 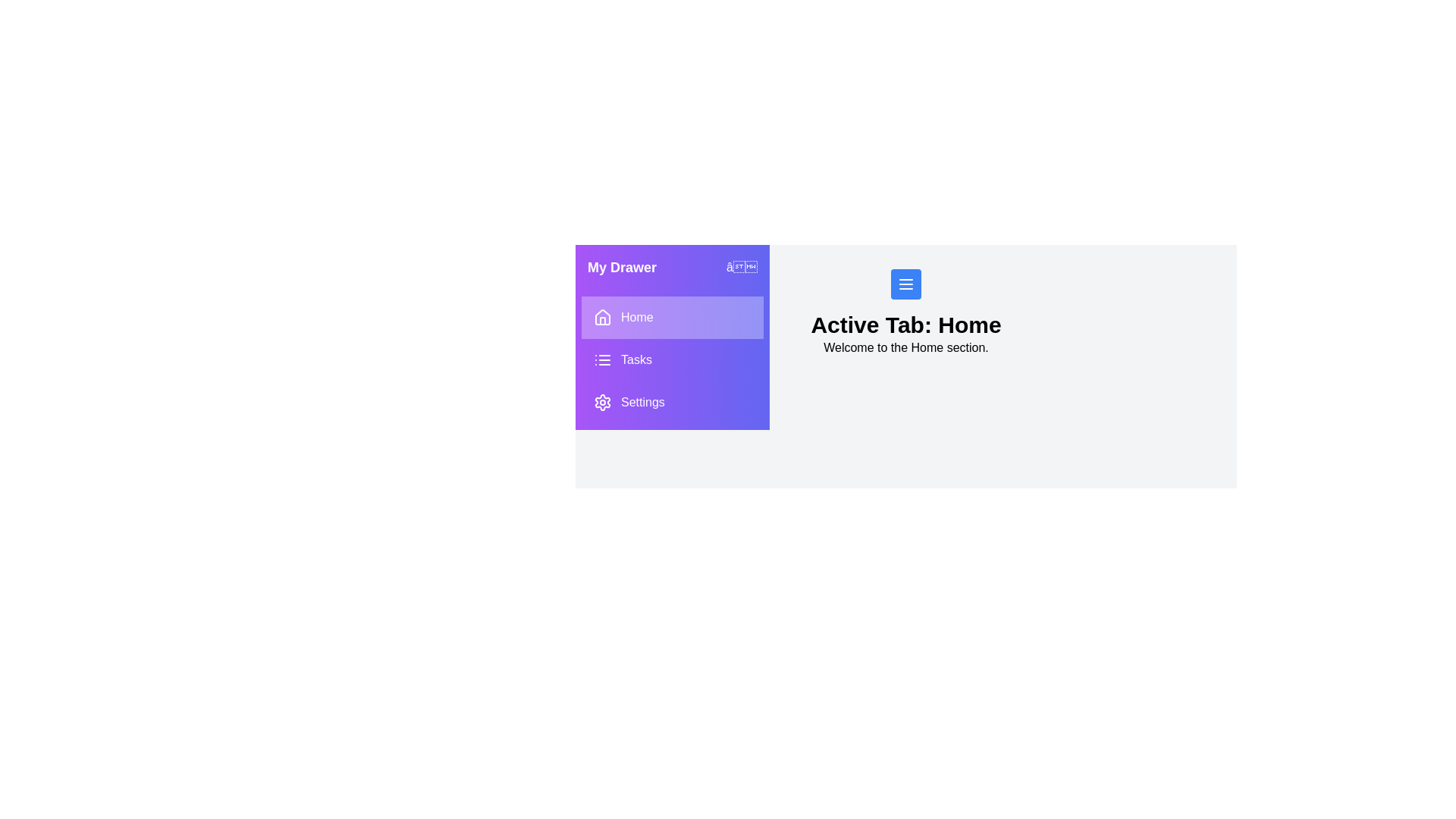 What do you see at coordinates (906, 284) in the screenshot?
I see `the menu button to open the drawer` at bounding box center [906, 284].